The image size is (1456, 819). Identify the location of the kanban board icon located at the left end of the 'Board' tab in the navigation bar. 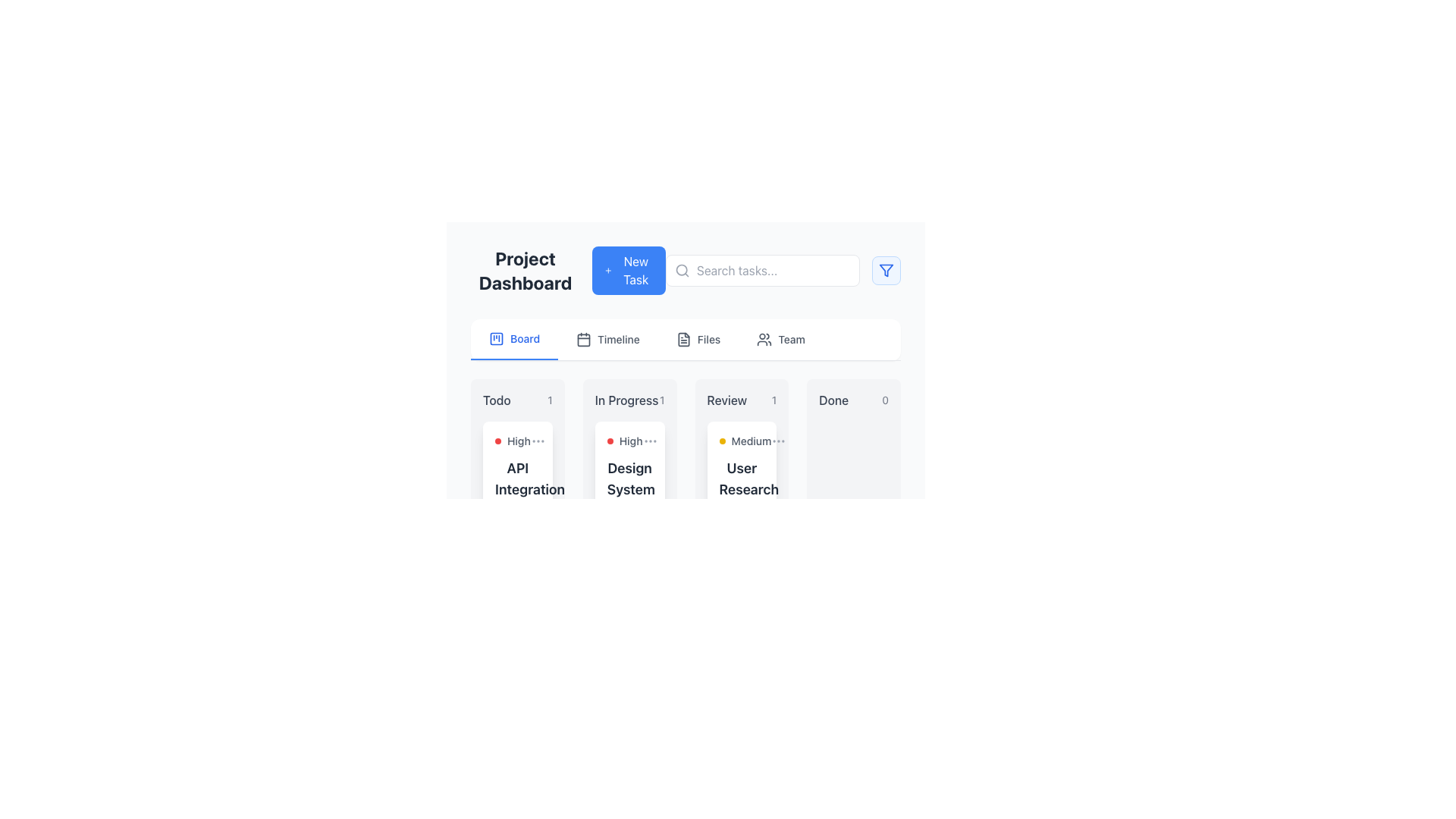
(496, 338).